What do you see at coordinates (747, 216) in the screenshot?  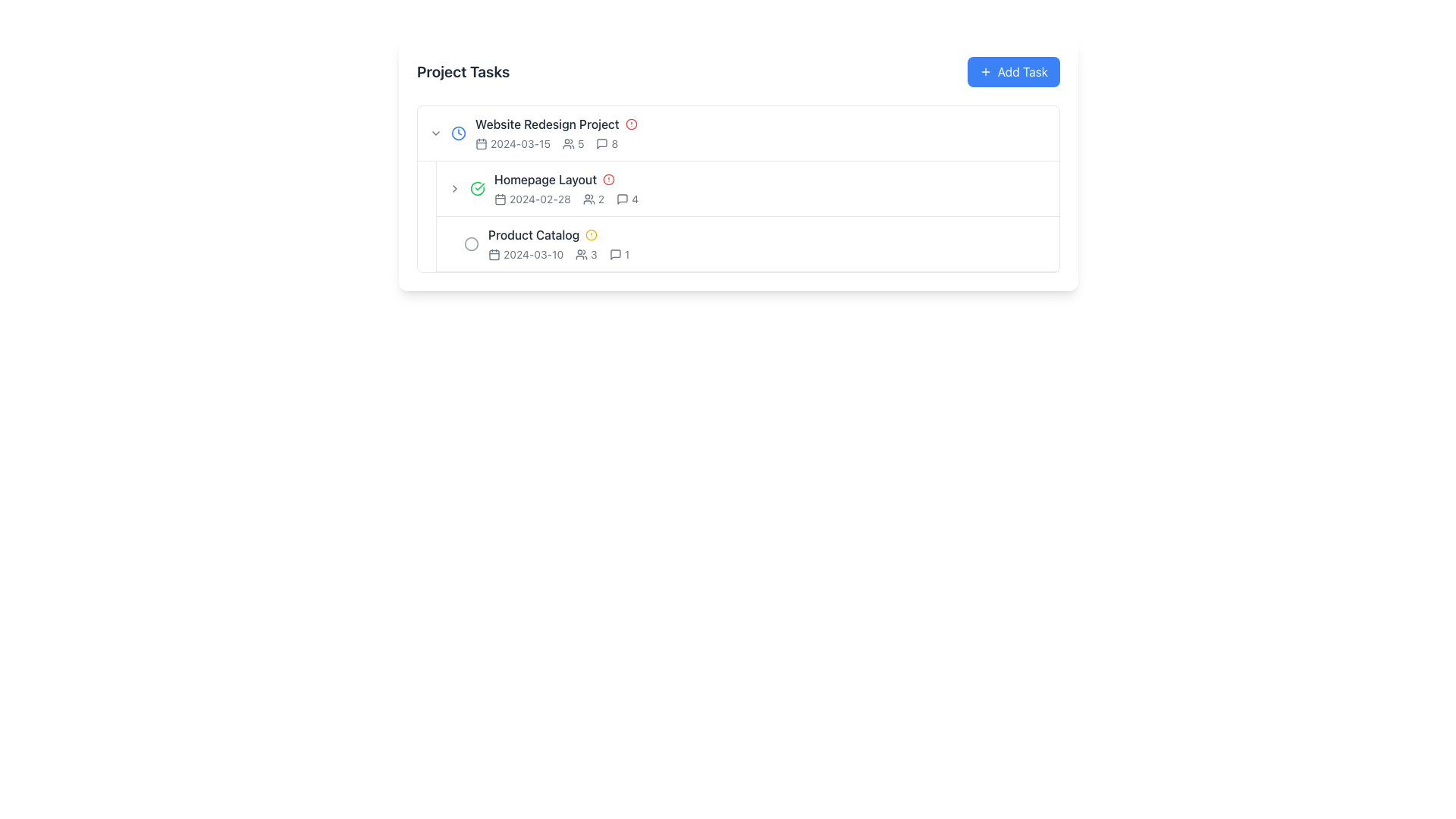 I see `the task item titled 'Homepage Layout'` at bounding box center [747, 216].